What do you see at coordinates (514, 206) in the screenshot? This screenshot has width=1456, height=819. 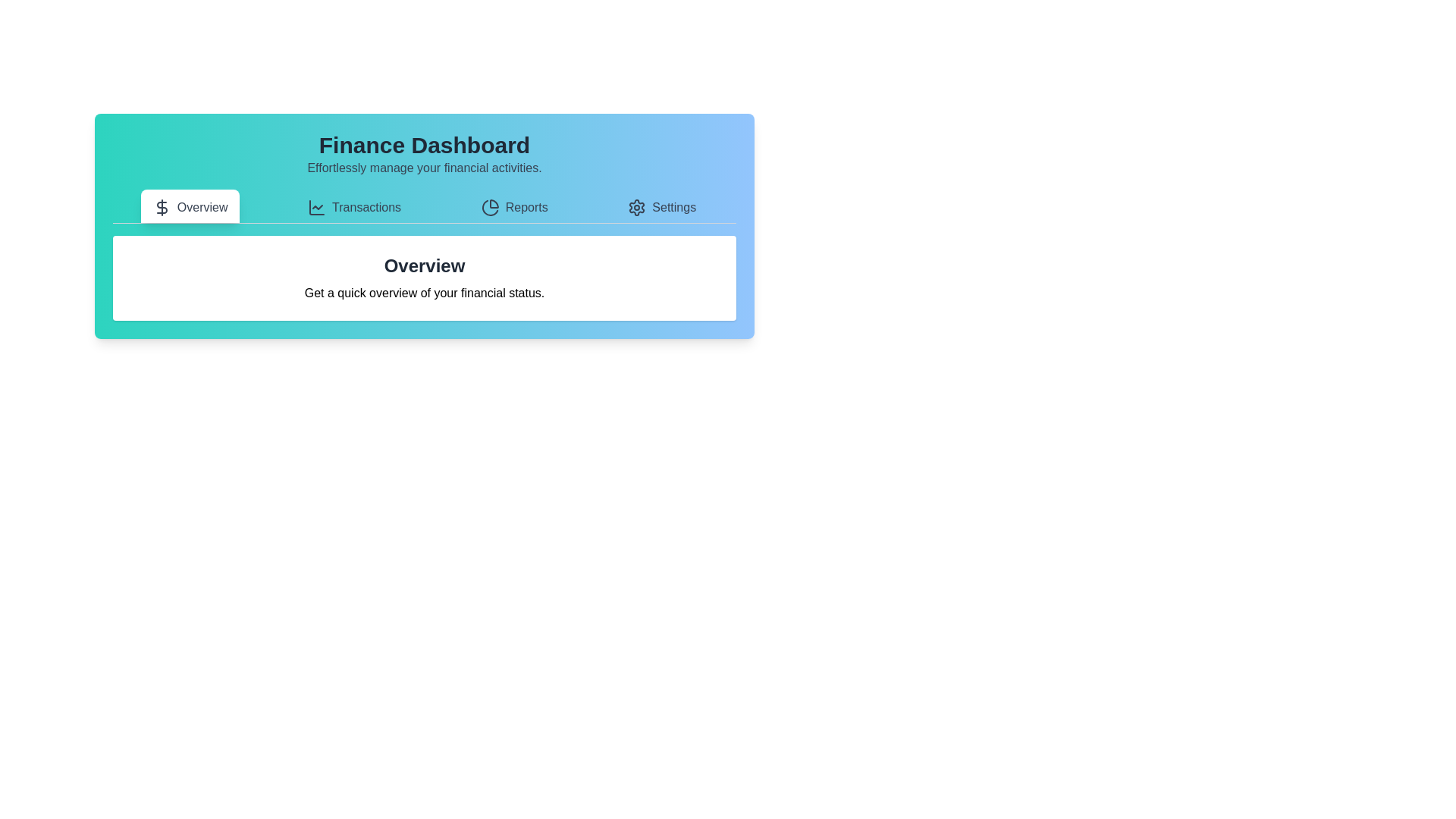 I see `the tab labeled Reports to view its content` at bounding box center [514, 206].